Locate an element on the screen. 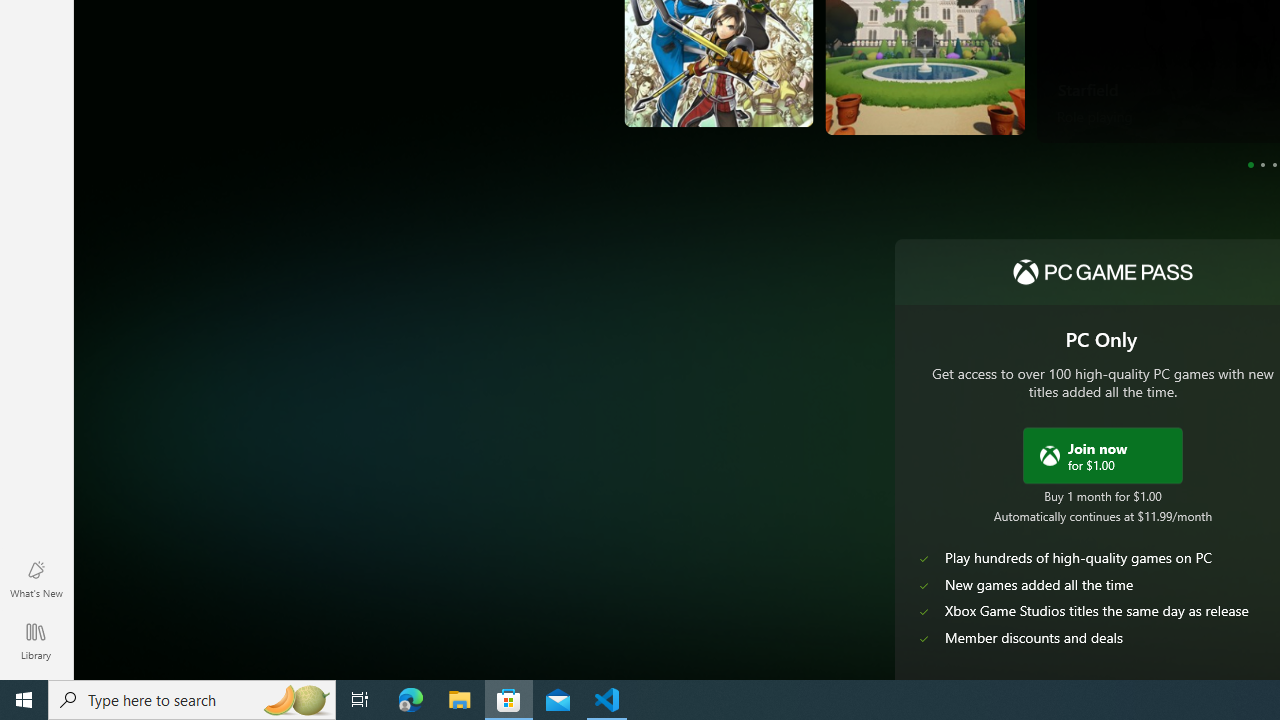  'PC Game Pass logo' is located at coordinates (1101, 272).